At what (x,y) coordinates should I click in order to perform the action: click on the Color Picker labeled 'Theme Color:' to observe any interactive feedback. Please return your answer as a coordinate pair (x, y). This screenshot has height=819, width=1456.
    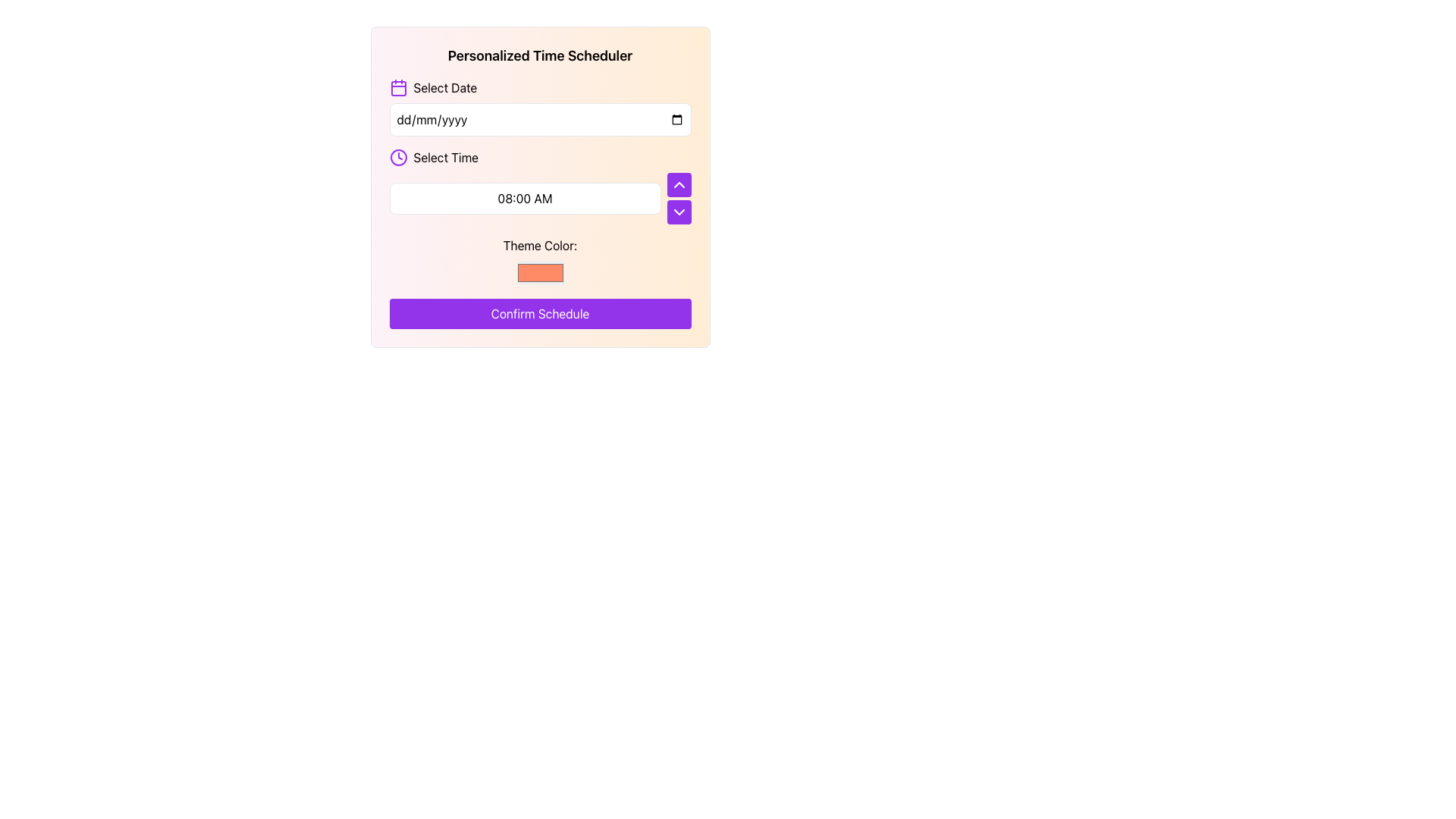
    Looking at the image, I should click on (540, 260).